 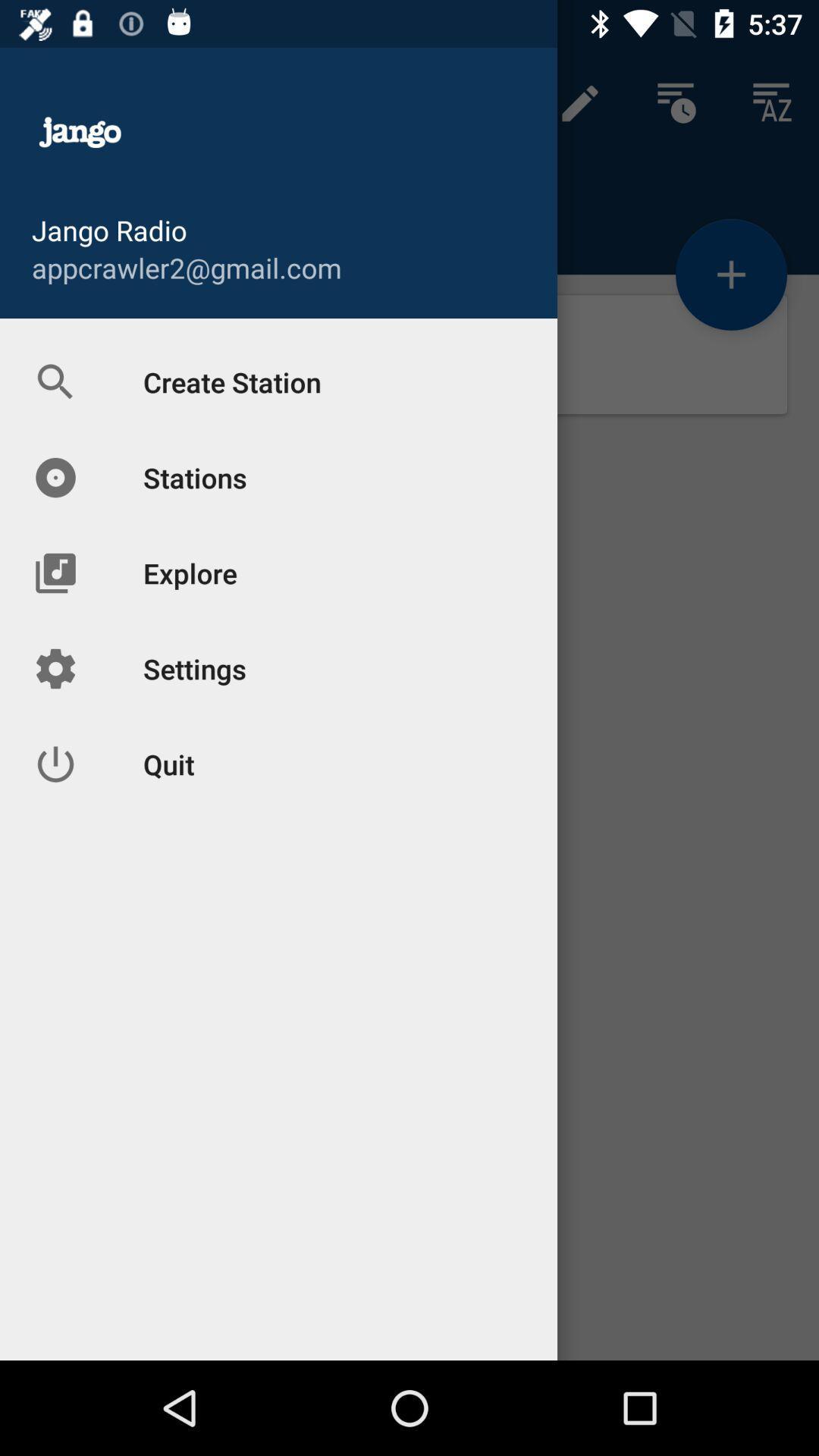 What do you see at coordinates (730, 275) in the screenshot?
I see `the add icon` at bounding box center [730, 275].